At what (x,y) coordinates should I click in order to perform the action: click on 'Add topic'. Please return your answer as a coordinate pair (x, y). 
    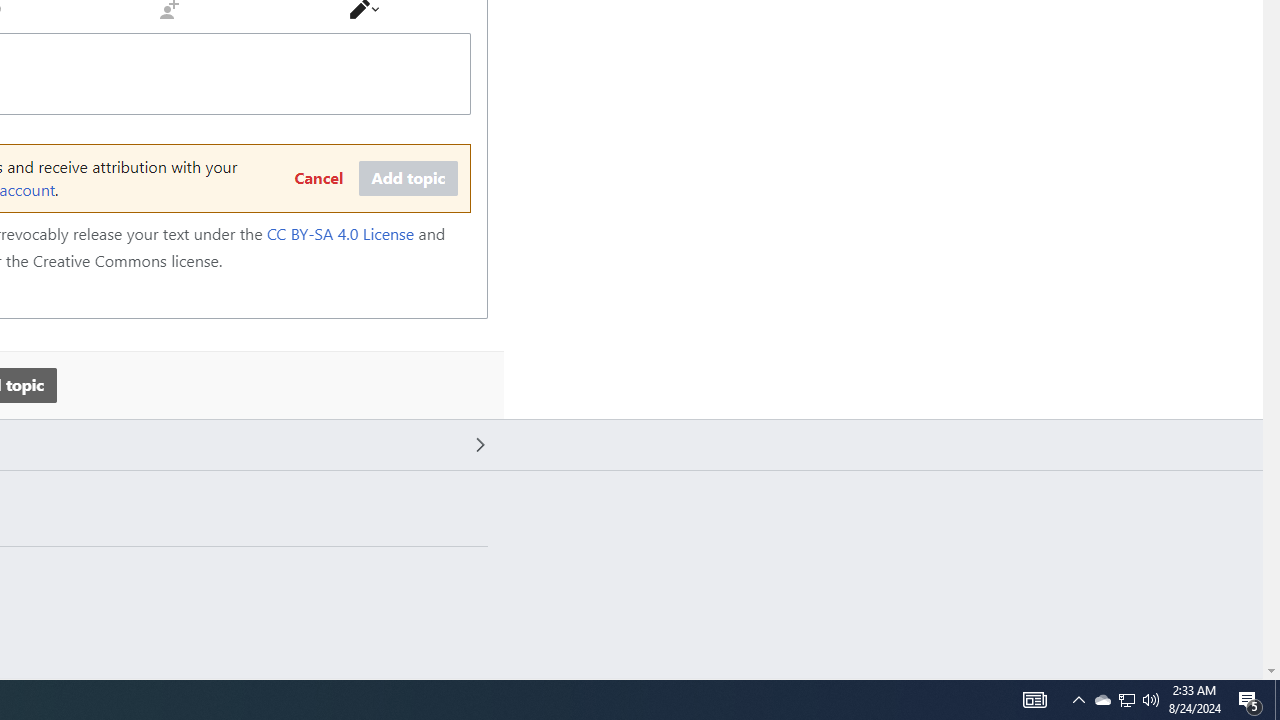
    Looking at the image, I should click on (407, 178).